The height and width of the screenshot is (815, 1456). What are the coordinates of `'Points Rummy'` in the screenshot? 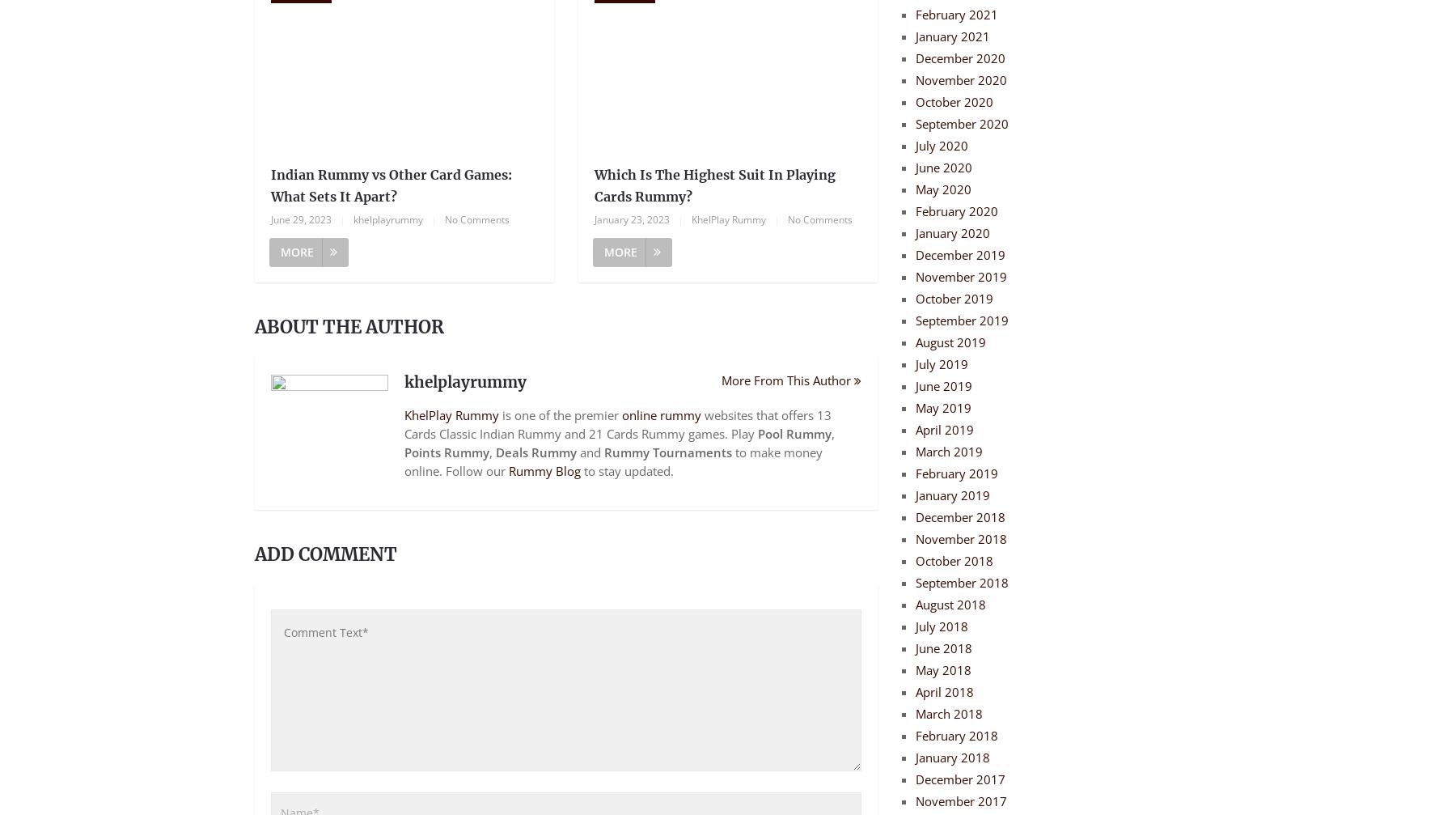 It's located at (446, 451).